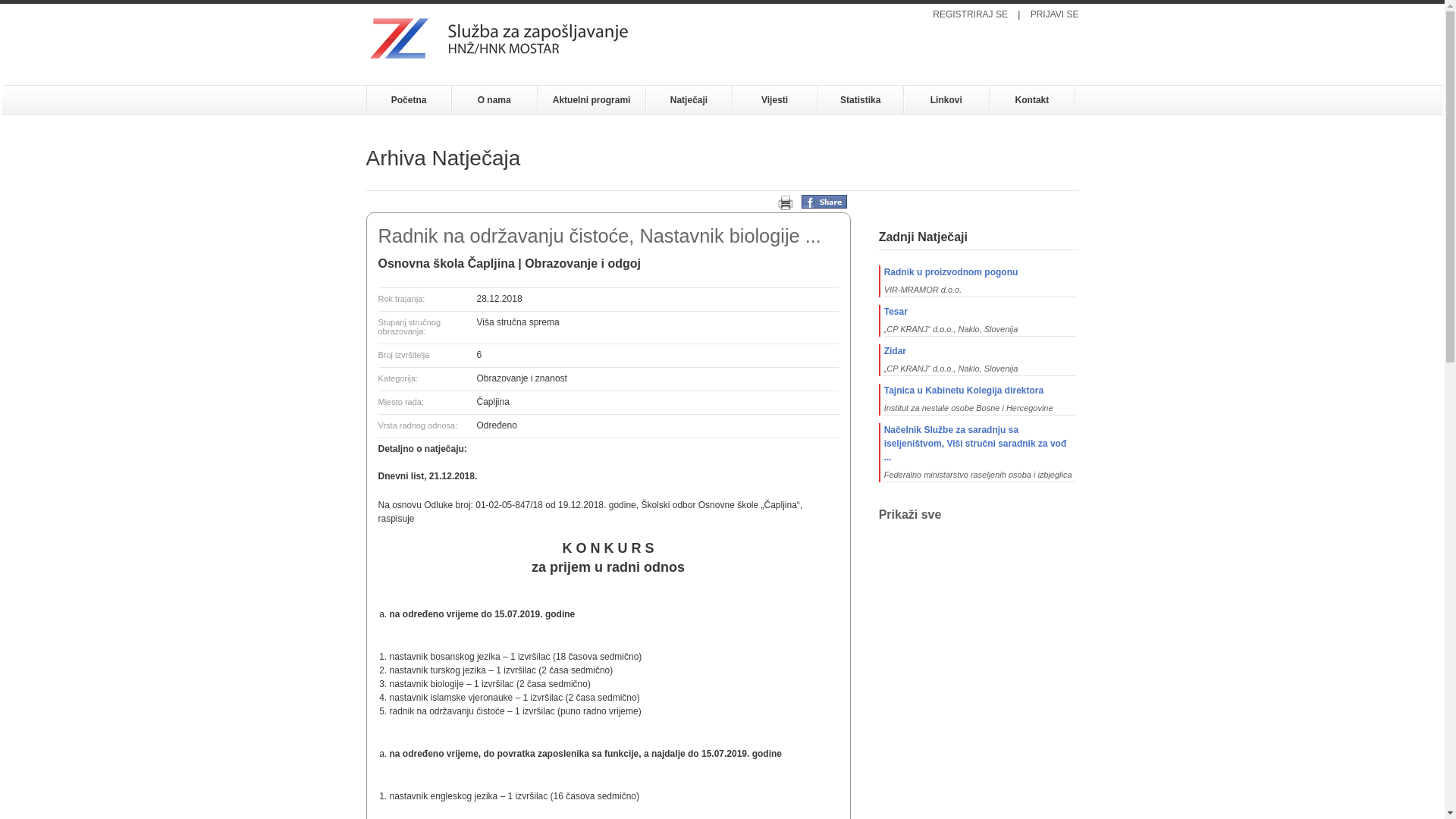 The image size is (1456, 819). I want to click on 'PRIJAVI SE', so click(1054, 14).